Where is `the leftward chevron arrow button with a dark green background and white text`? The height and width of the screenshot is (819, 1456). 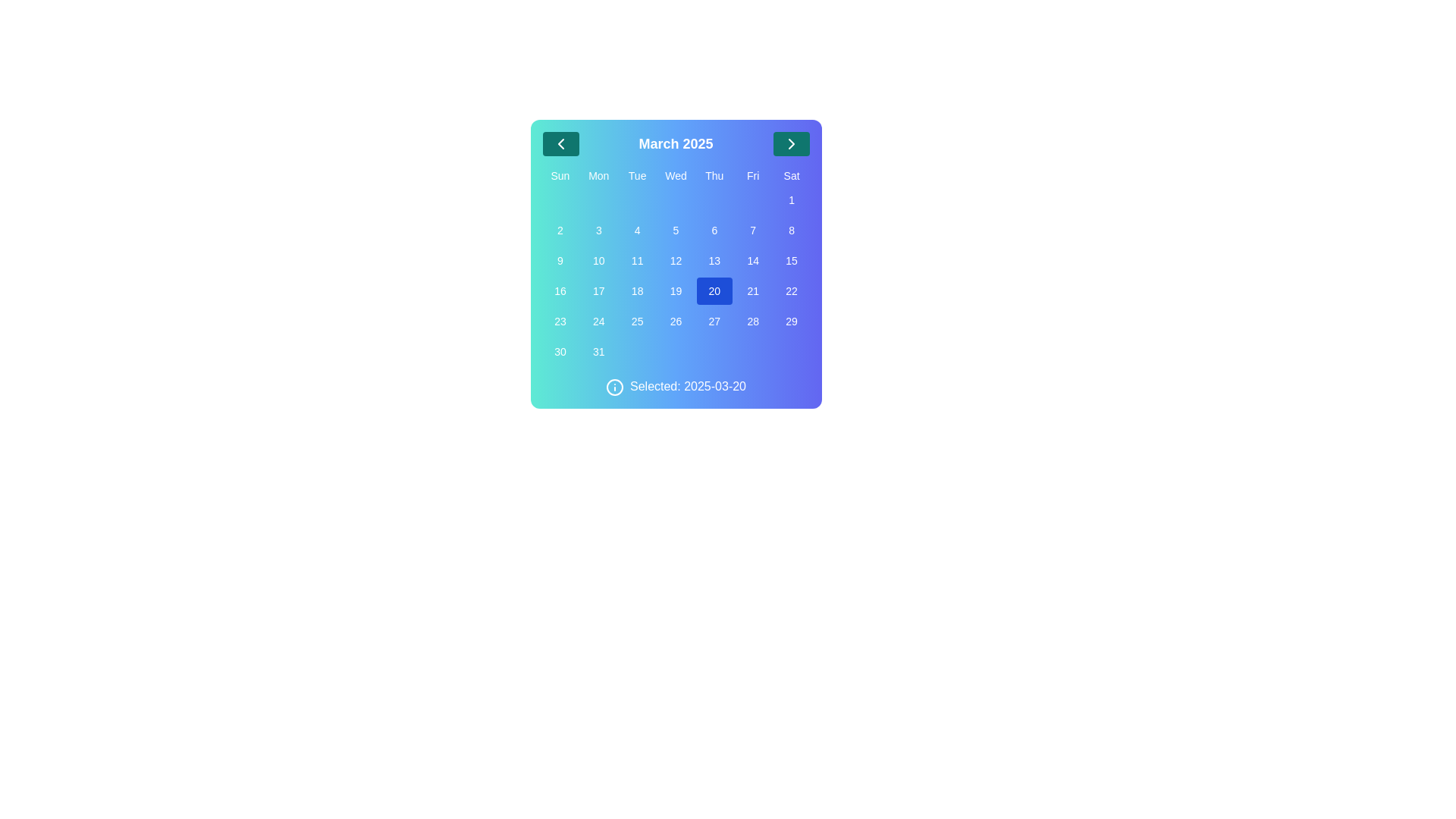
the leftward chevron arrow button with a dark green background and white text is located at coordinates (560, 143).